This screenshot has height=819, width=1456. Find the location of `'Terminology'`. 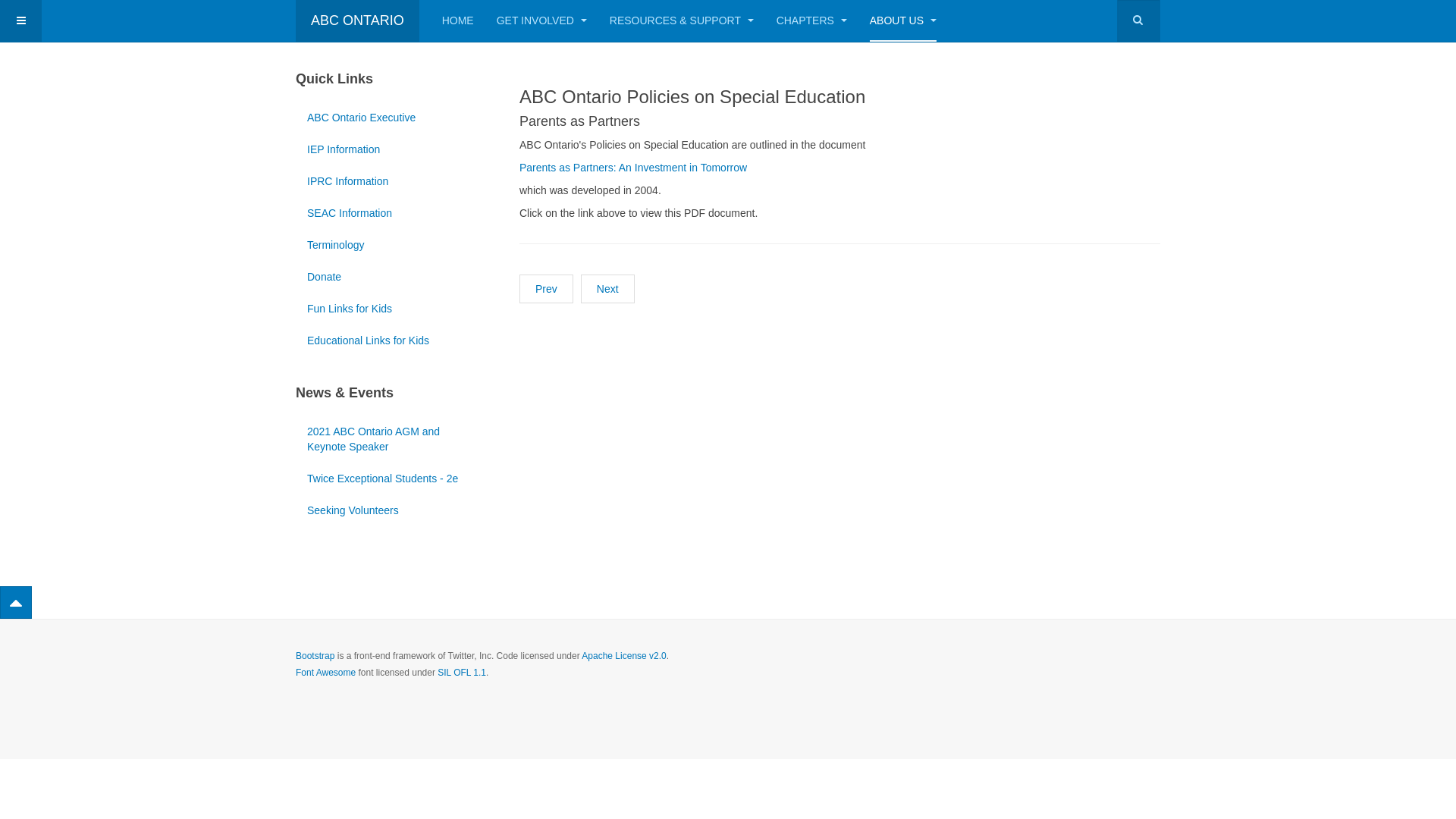

'Terminology' is located at coordinates (392, 244).